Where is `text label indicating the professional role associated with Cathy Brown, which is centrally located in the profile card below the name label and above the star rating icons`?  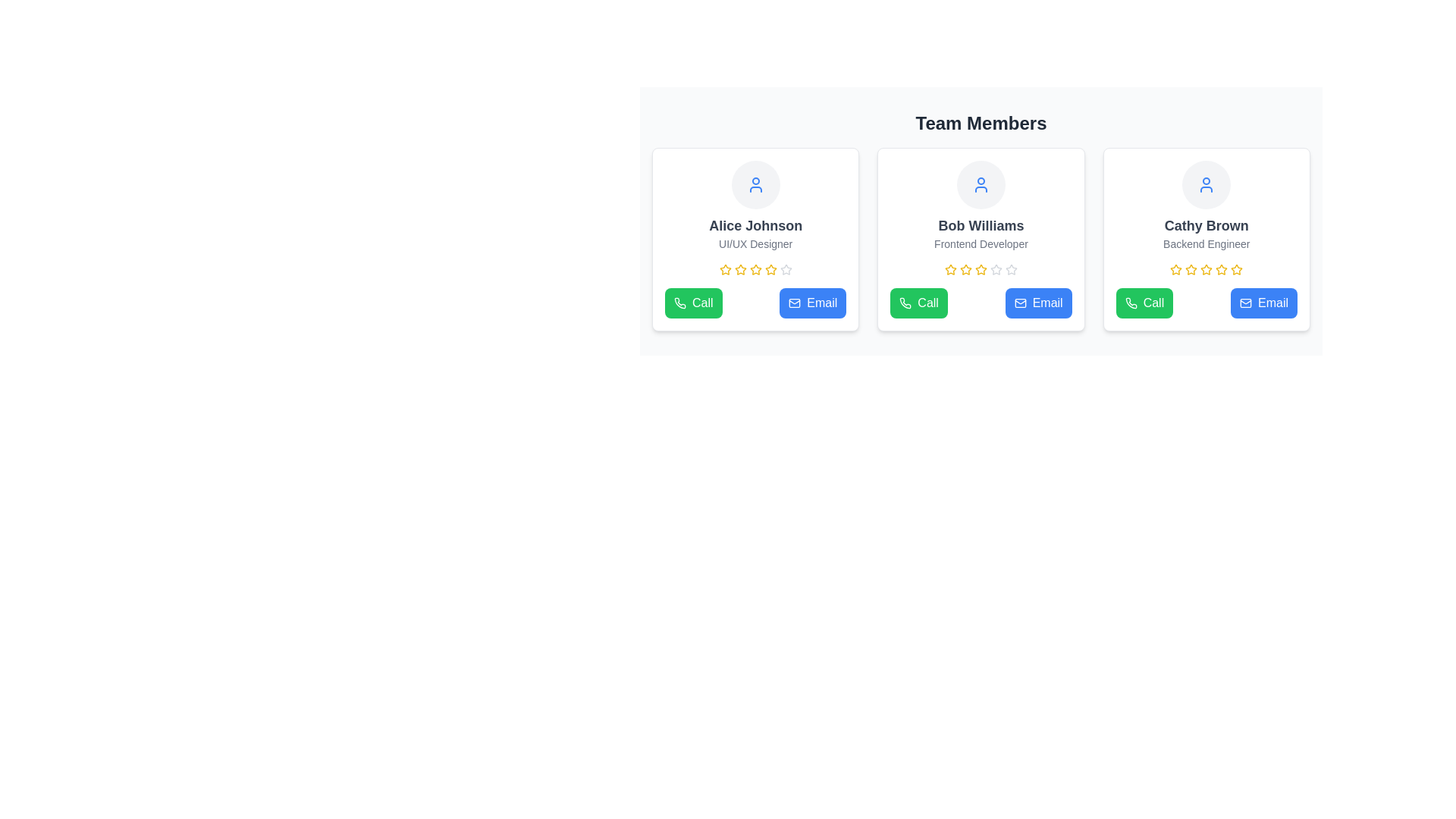
text label indicating the professional role associated with Cathy Brown, which is centrally located in the profile card below the name label and above the star rating icons is located at coordinates (1206, 243).